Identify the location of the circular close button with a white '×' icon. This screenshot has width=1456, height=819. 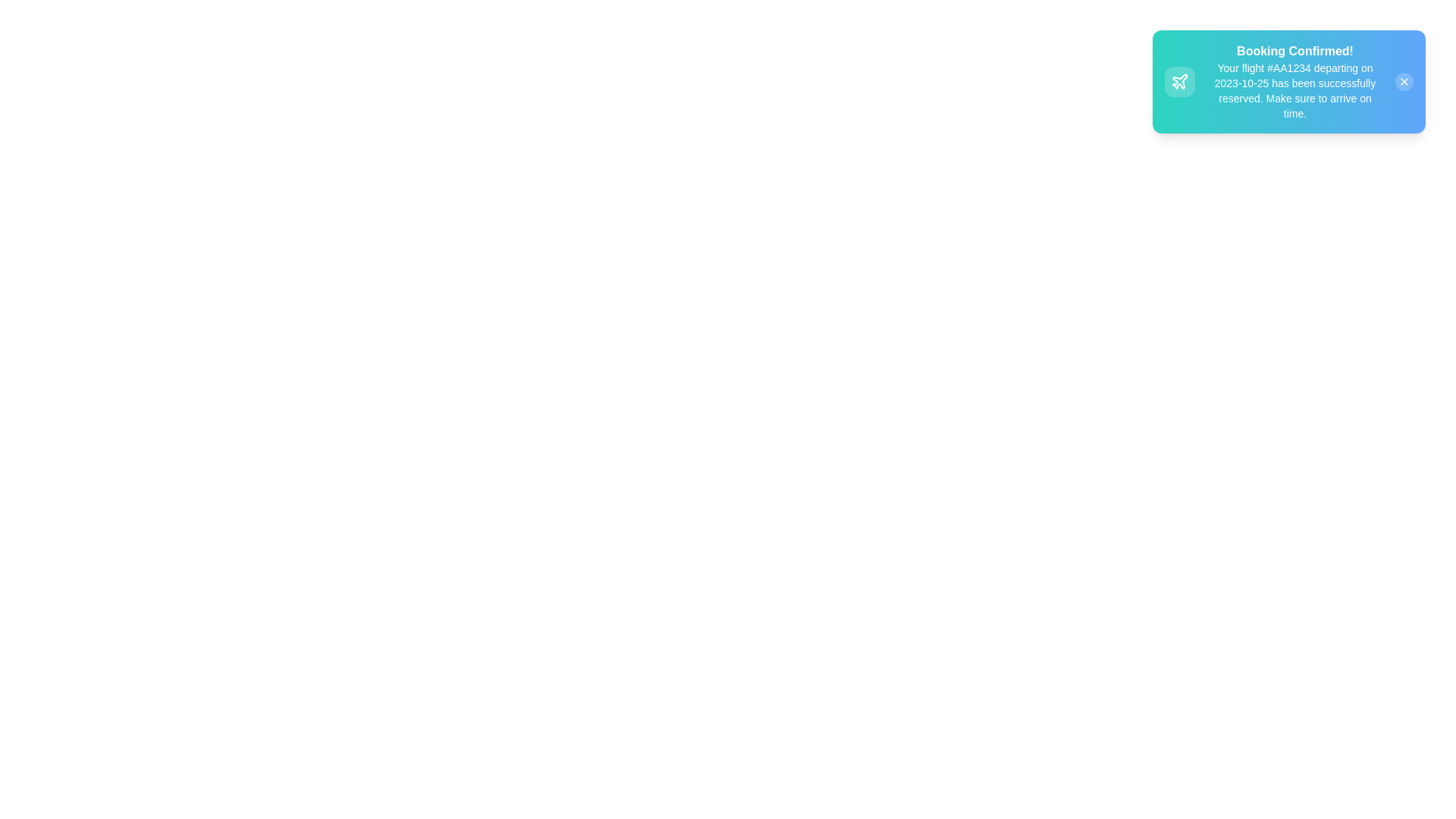
(1404, 82).